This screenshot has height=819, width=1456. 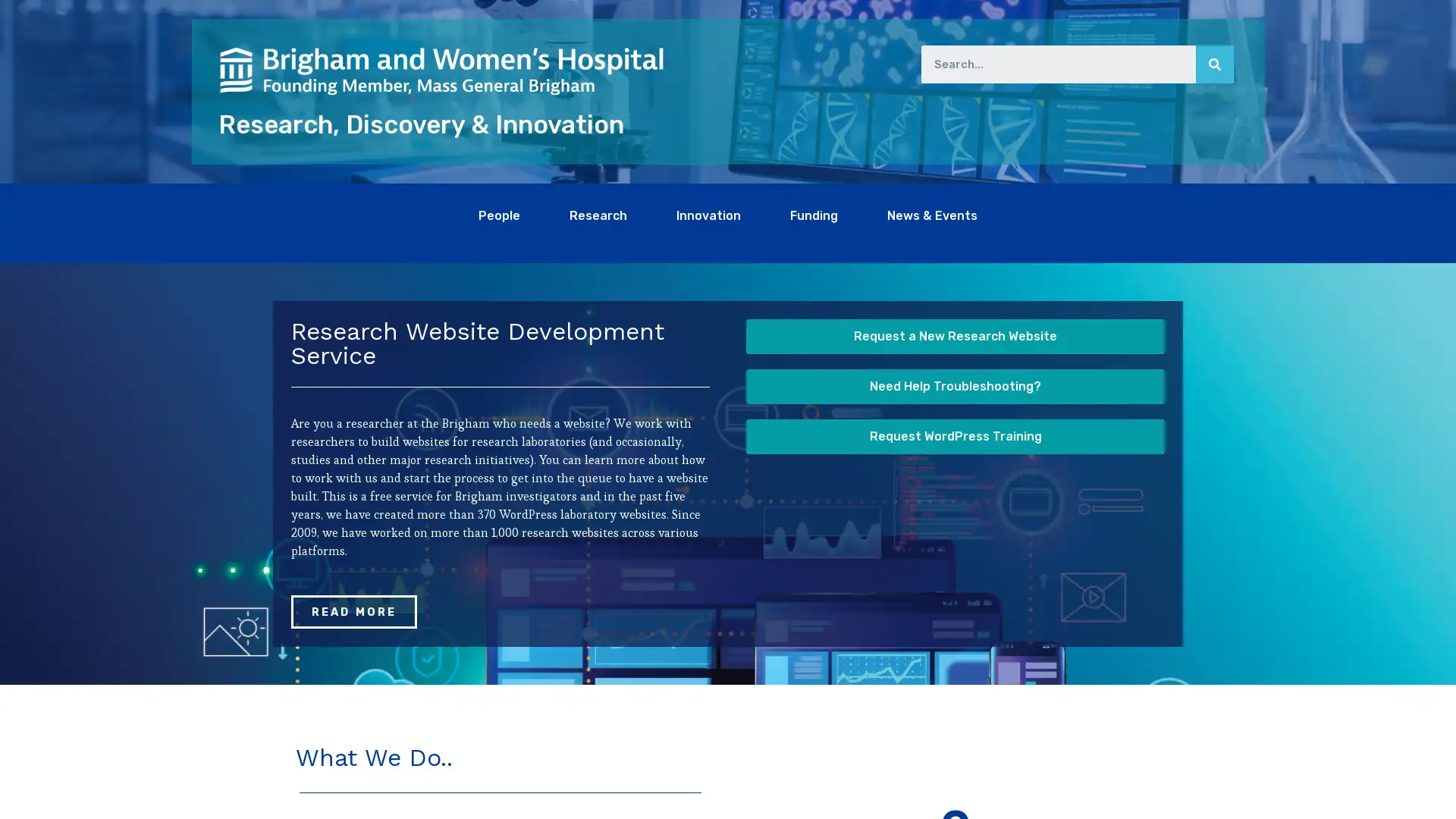 I want to click on Search, so click(x=1214, y=63).